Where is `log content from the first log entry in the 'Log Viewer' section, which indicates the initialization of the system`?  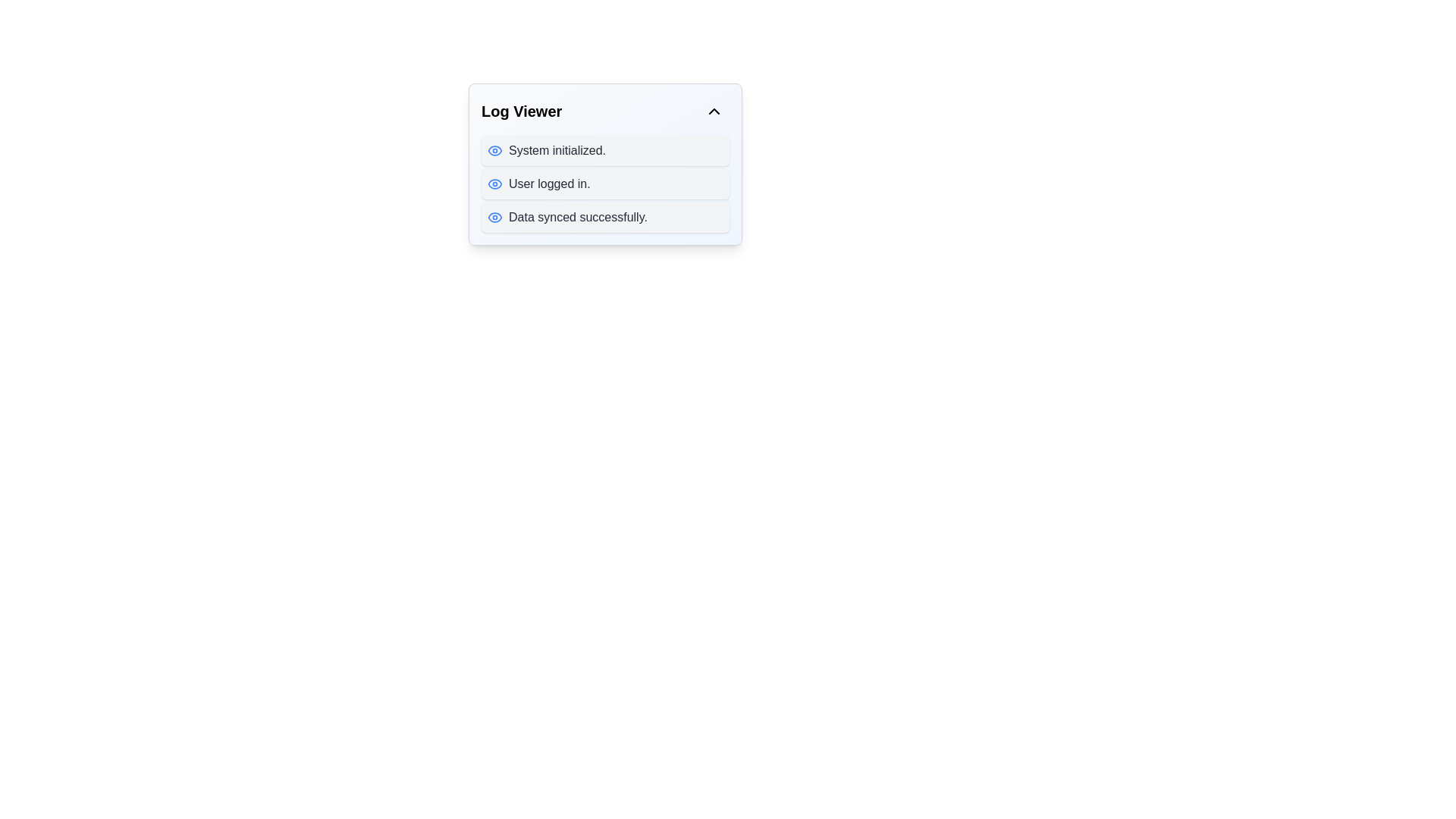 log content from the first log entry in the 'Log Viewer' section, which indicates the initialization of the system is located at coordinates (556, 151).